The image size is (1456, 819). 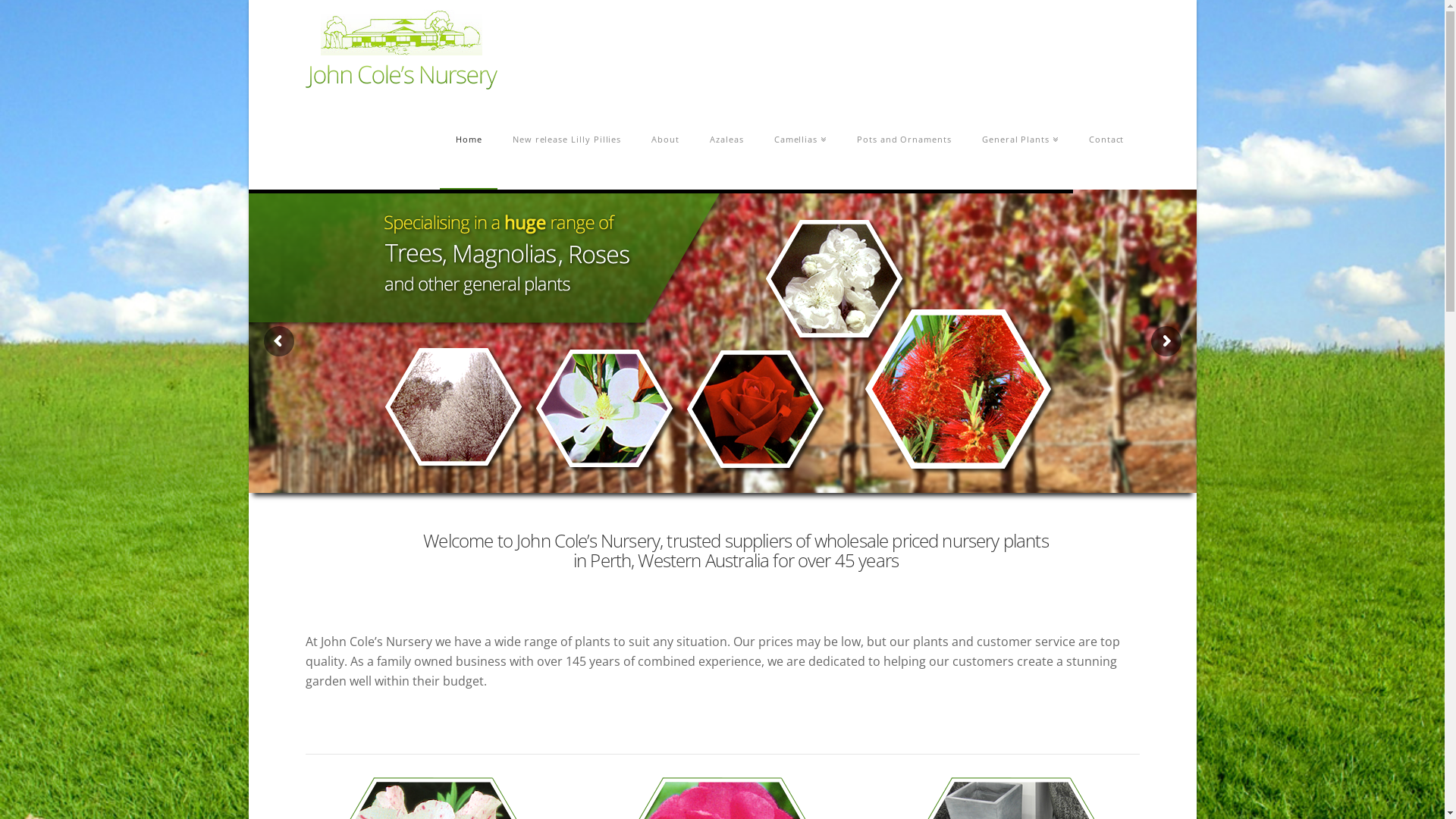 I want to click on 'Home', so click(x=468, y=138).